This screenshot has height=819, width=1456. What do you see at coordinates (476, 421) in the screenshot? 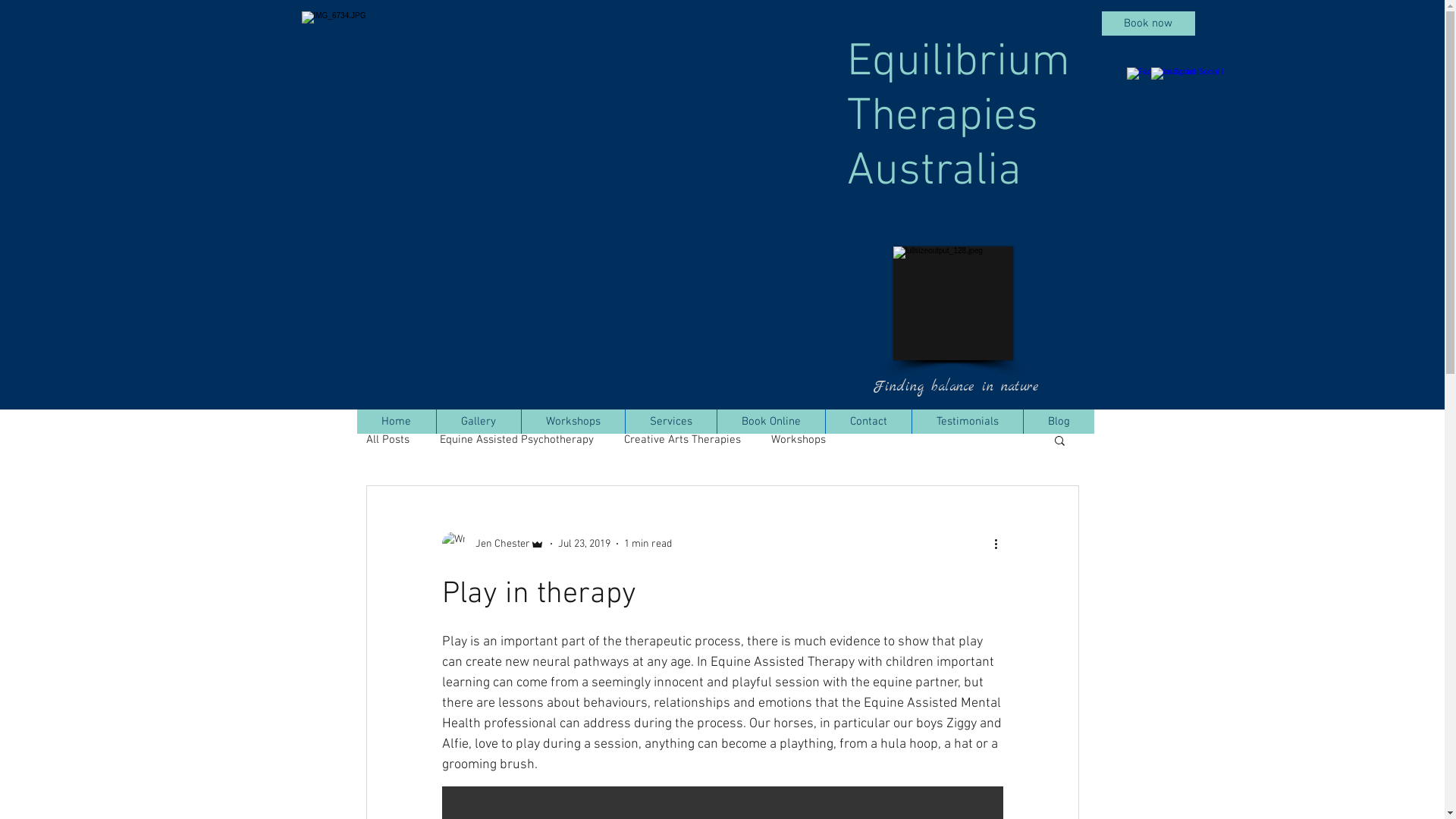
I see `'Gallery'` at bounding box center [476, 421].